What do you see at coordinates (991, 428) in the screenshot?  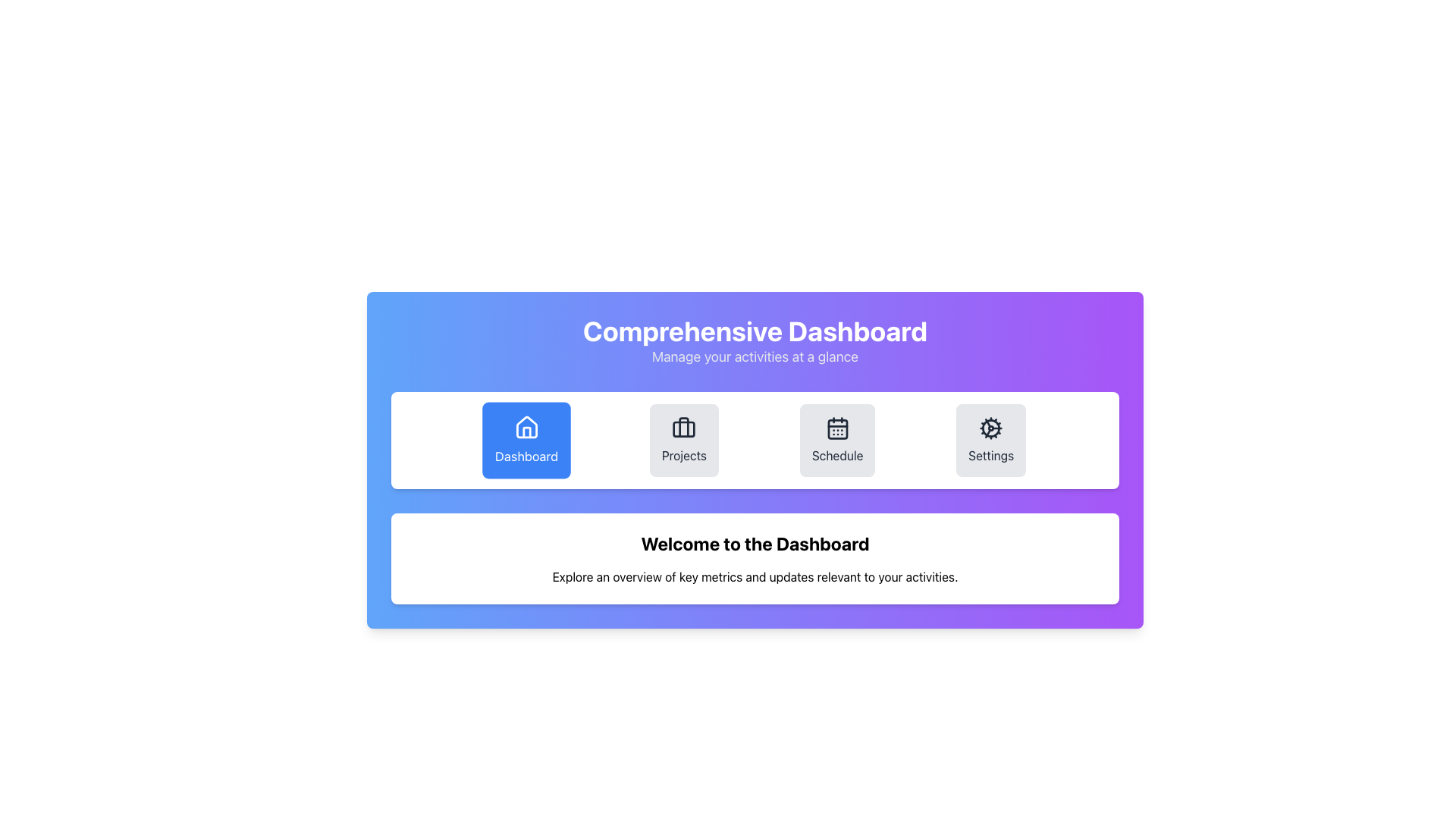 I see `the settings icon represented by a cogwheel, located within a button labeled 'Settings'` at bounding box center [991, 428].